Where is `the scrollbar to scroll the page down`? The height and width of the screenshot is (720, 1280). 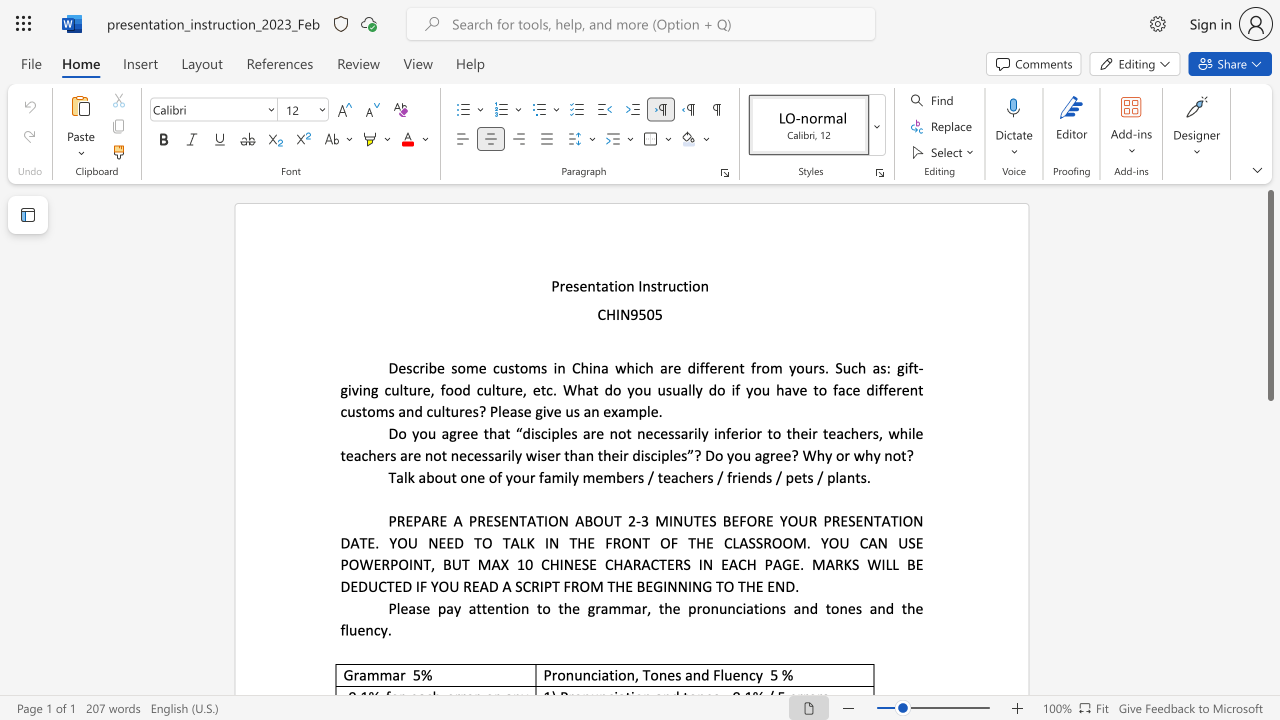
the scrollbar to scroll the page down is located at coordinates (1269, 490).